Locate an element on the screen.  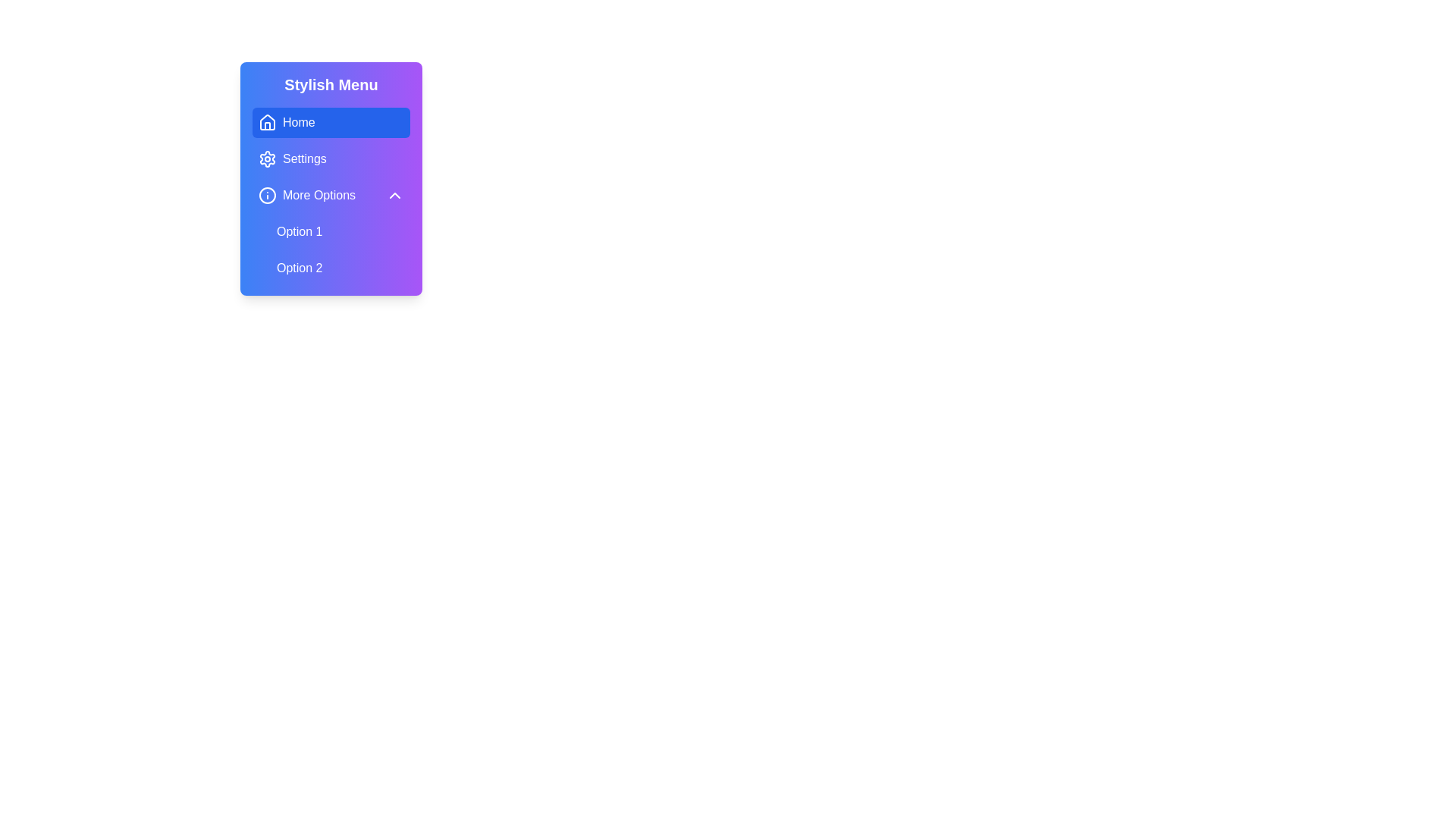
the 'Settings' icon located in the vertical menu to the left of the 'Settings' label is located at coordinates (268, 158).